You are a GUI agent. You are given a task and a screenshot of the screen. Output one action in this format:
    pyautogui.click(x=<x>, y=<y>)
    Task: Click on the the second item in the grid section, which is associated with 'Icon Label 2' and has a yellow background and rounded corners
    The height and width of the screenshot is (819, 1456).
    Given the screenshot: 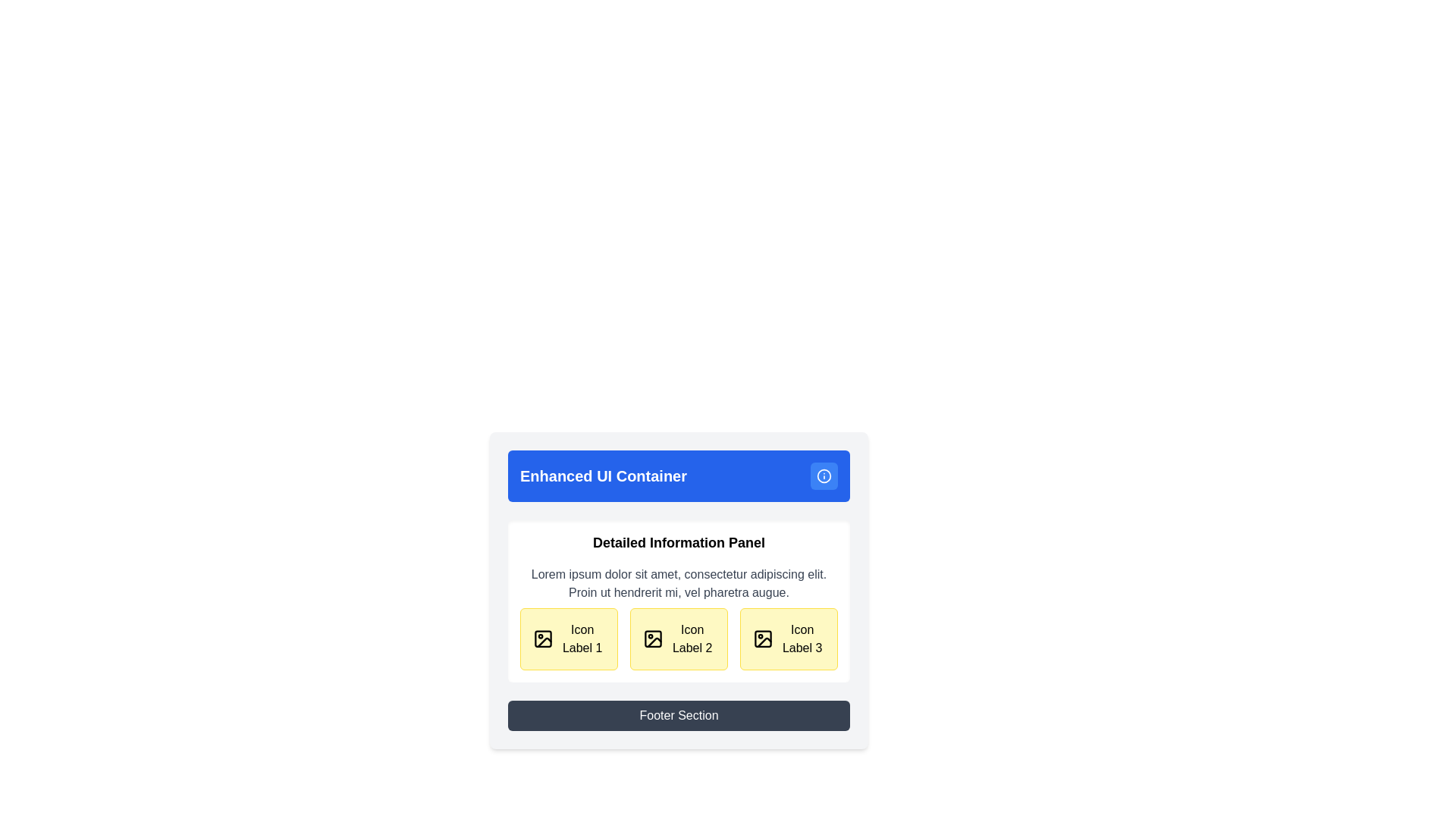 What is the action you would take?
    pyautogui.click(x=678, y=639)
    